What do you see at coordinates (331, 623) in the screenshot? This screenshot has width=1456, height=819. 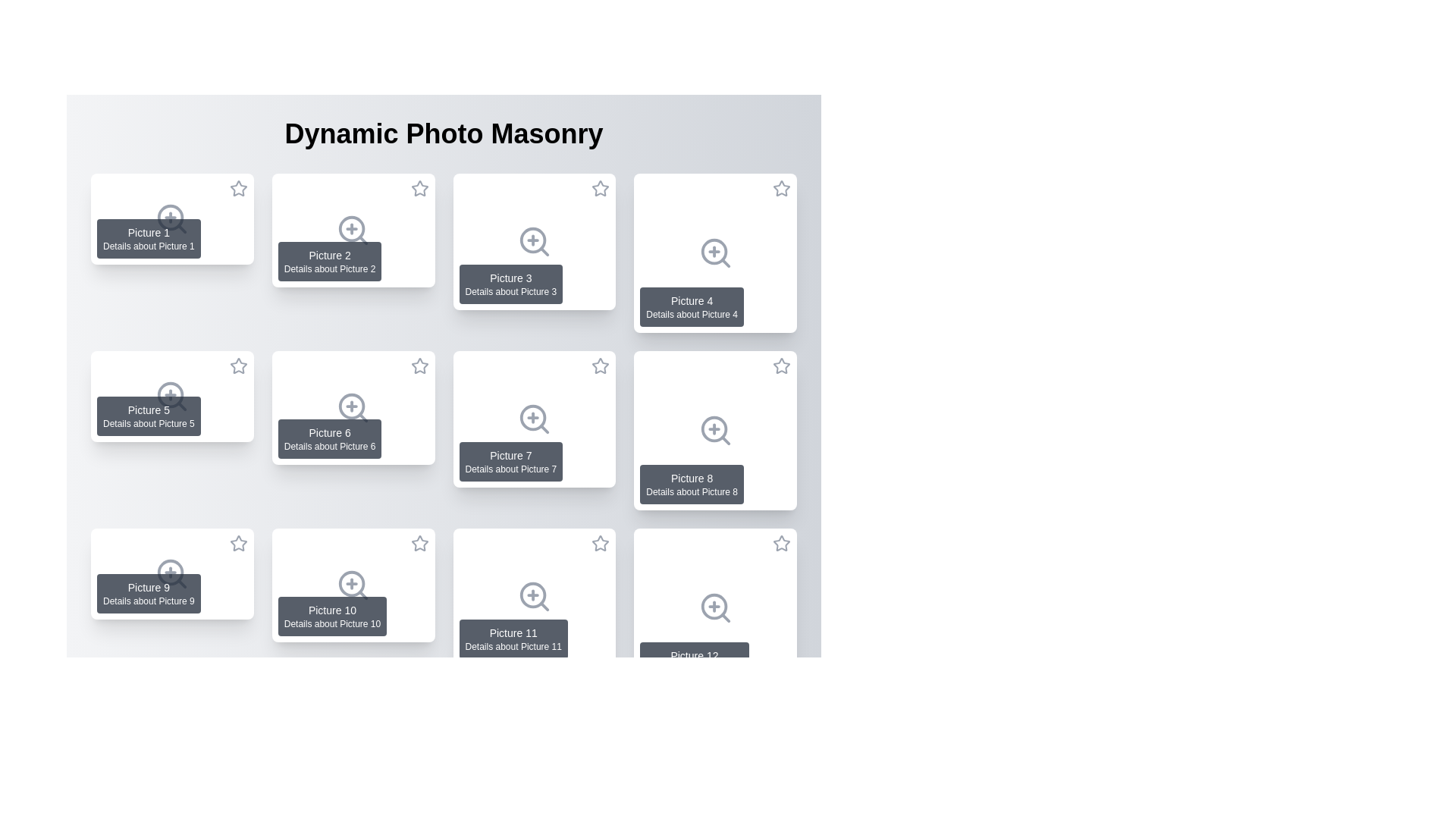 I see `descriptive text label located inside the card titled 'Picture 10', which is positioned directly below the heading text within the card` at bounding box center [331, 623].